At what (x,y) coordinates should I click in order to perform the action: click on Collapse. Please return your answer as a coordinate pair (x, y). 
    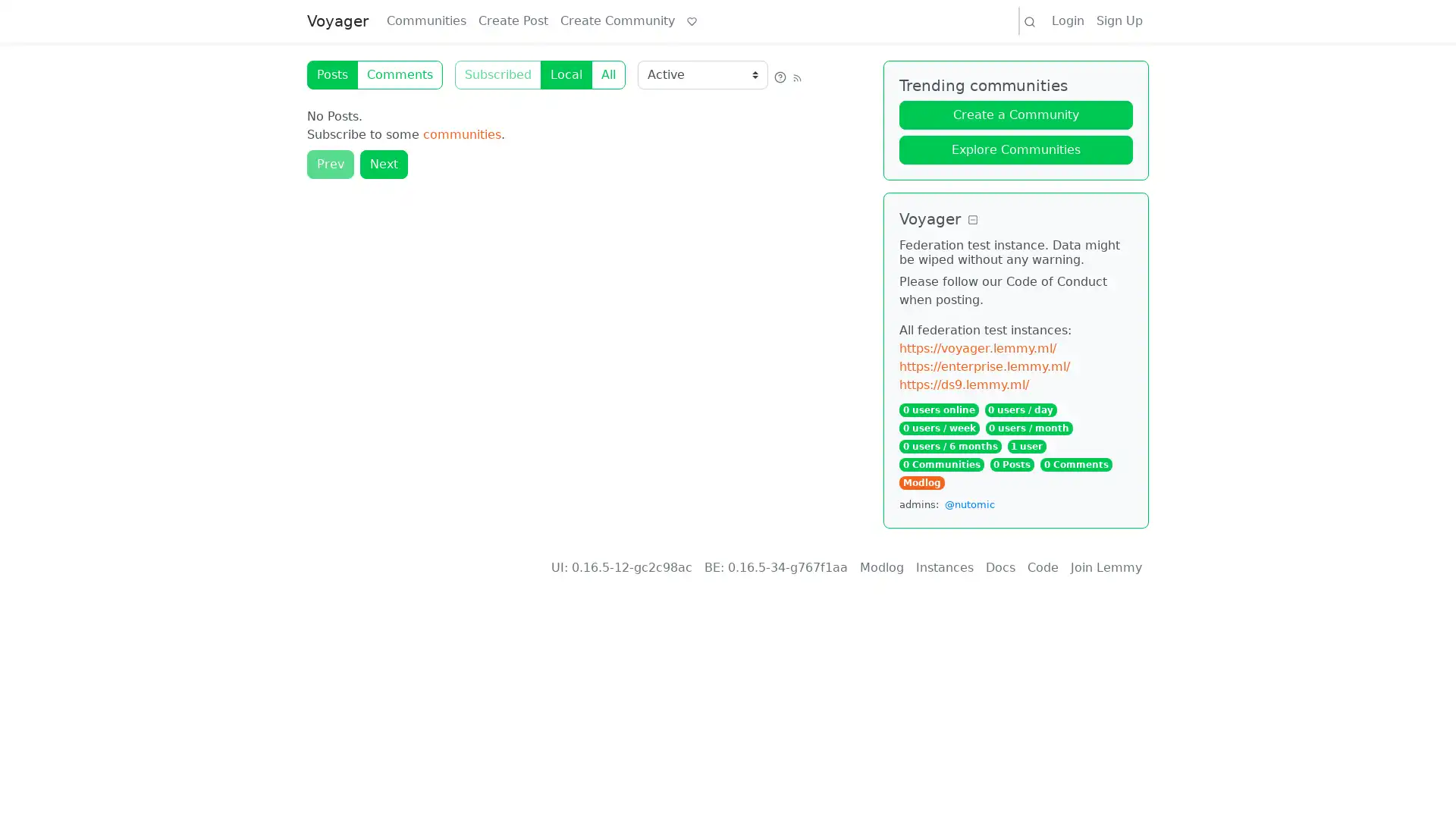
    Looking at the image, I should click on (972, 220).